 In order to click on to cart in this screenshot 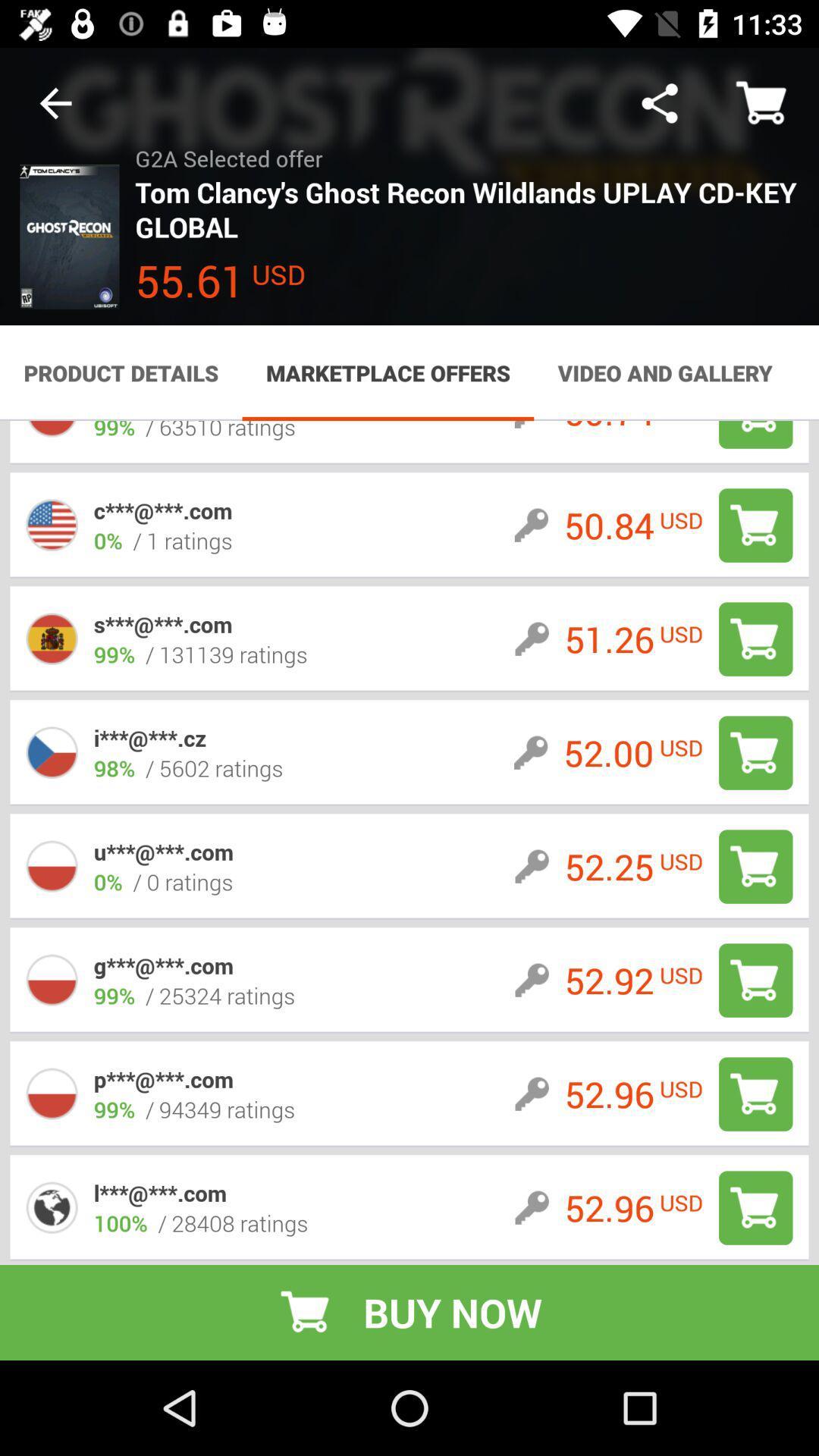, I will do `click(755, 1207)`.